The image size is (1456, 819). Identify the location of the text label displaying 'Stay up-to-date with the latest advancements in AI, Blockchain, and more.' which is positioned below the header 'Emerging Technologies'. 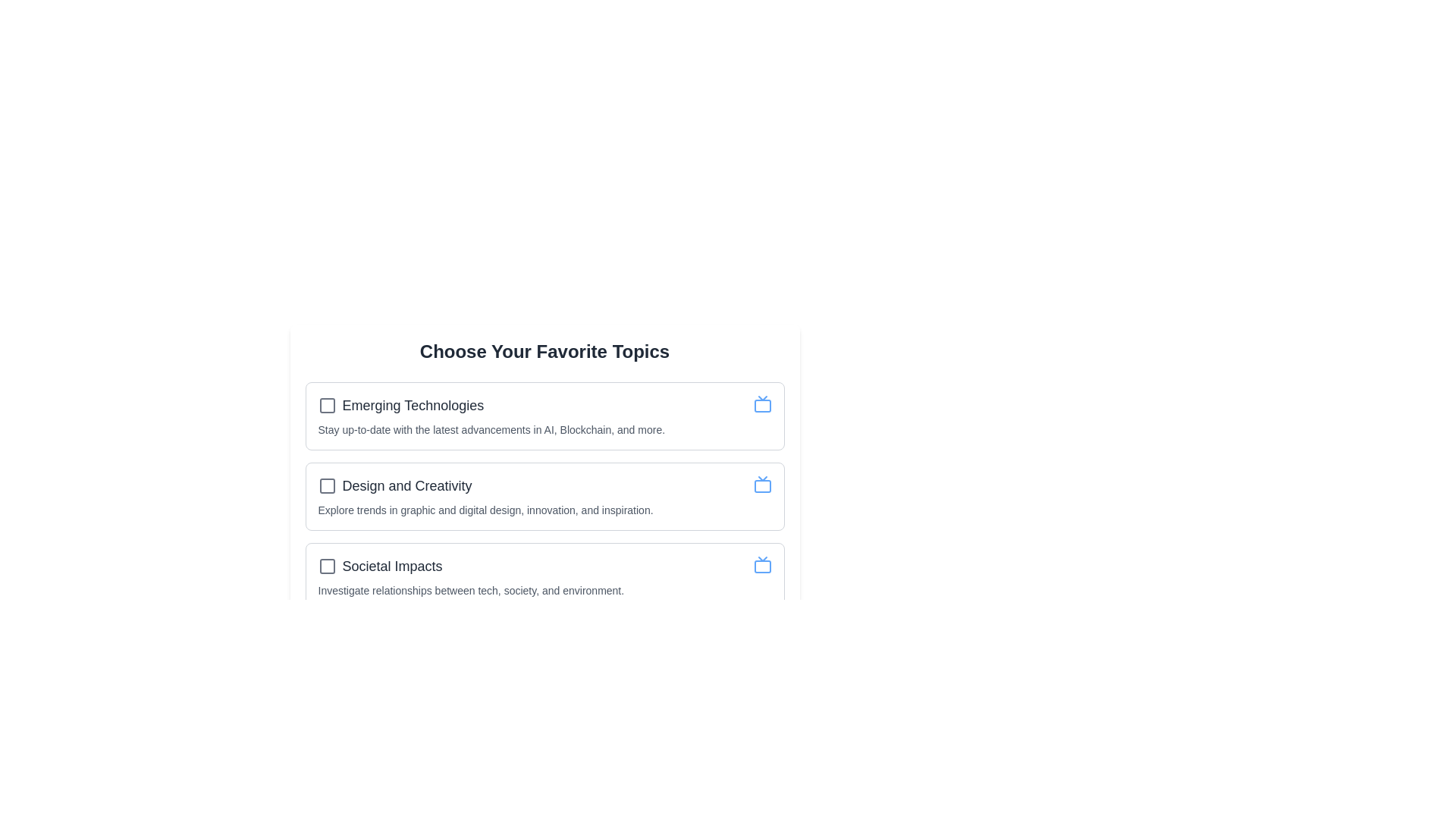
(491, 430).